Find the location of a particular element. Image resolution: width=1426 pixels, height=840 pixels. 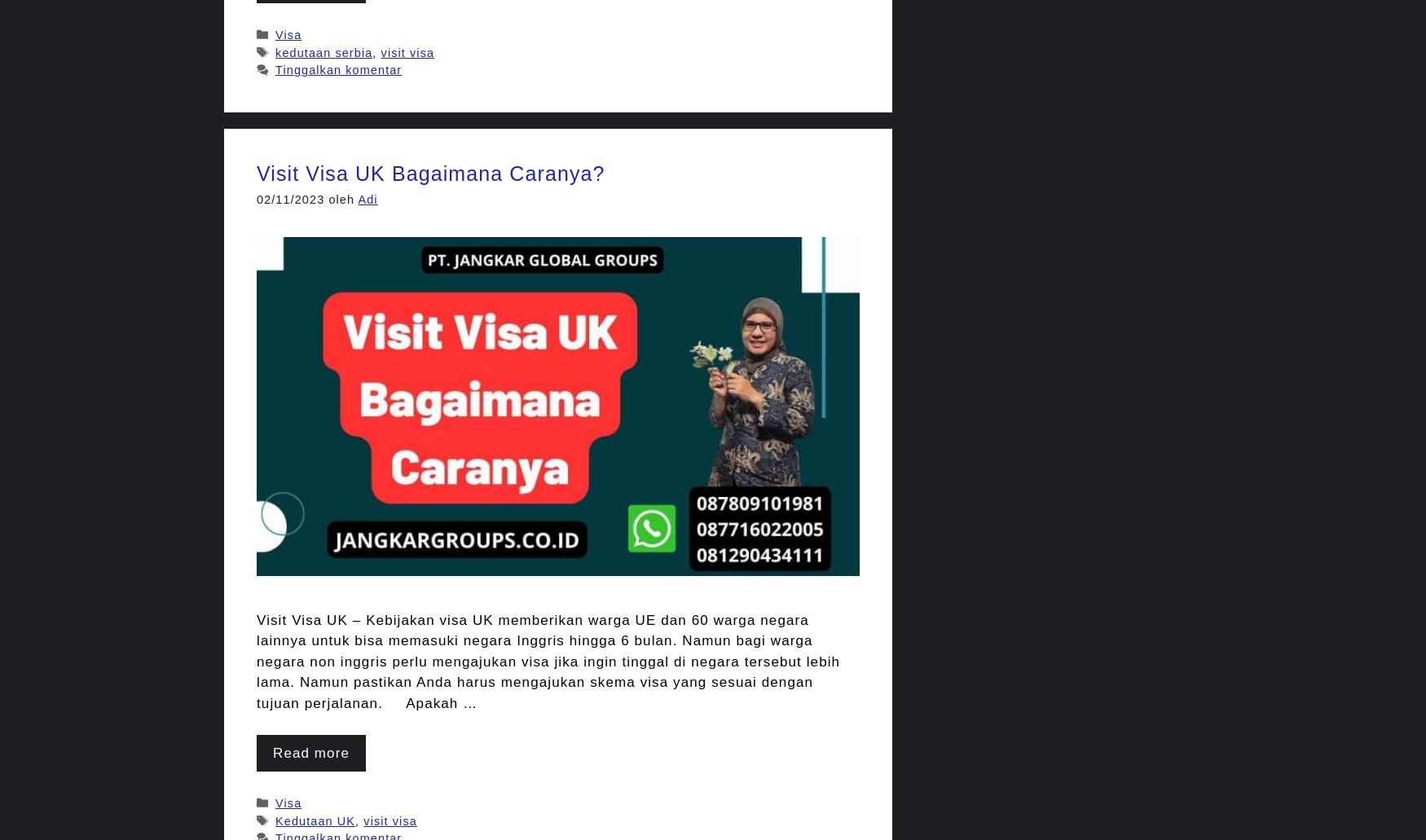

'Read more' is located at coordinates (310, 752).